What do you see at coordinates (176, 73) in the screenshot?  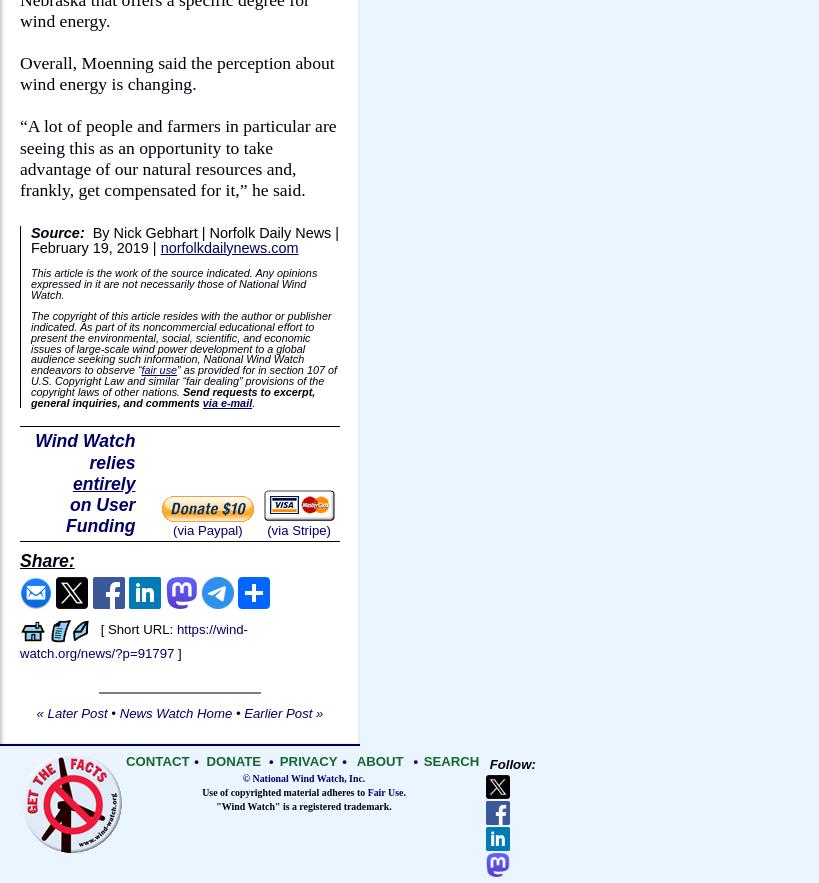 I see `'Overall, Moenning said the perception about wind energy is changing.'` at bounding box center [176, 73].